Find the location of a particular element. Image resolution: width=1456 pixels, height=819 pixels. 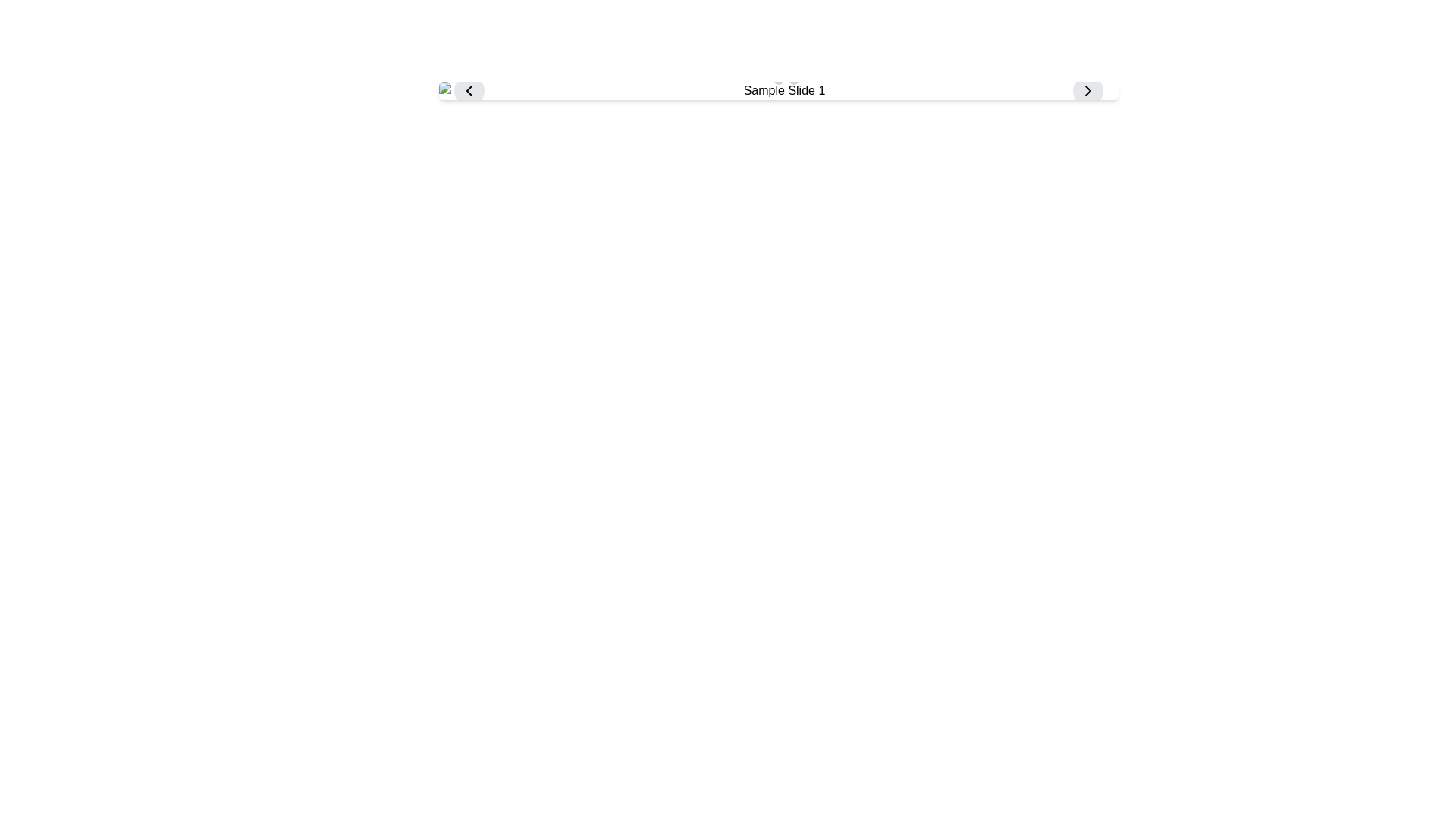

the navigation IconButton located at the center of a circular button near the top left section of the interface is located at coordinates (468, 90).